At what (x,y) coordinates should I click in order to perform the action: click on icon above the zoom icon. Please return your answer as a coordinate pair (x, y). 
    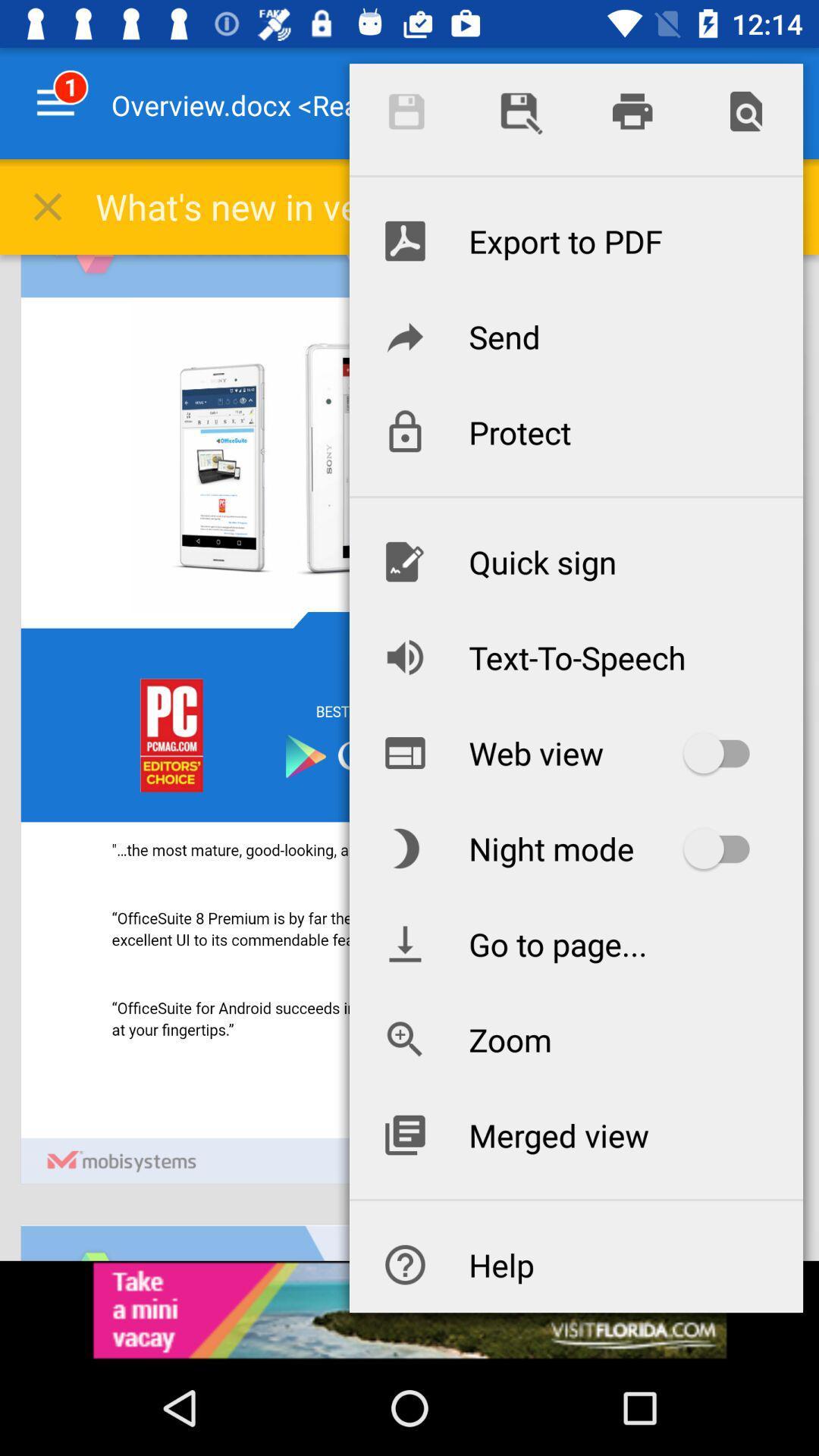
    Looking at the image, I should click on (576, 943).